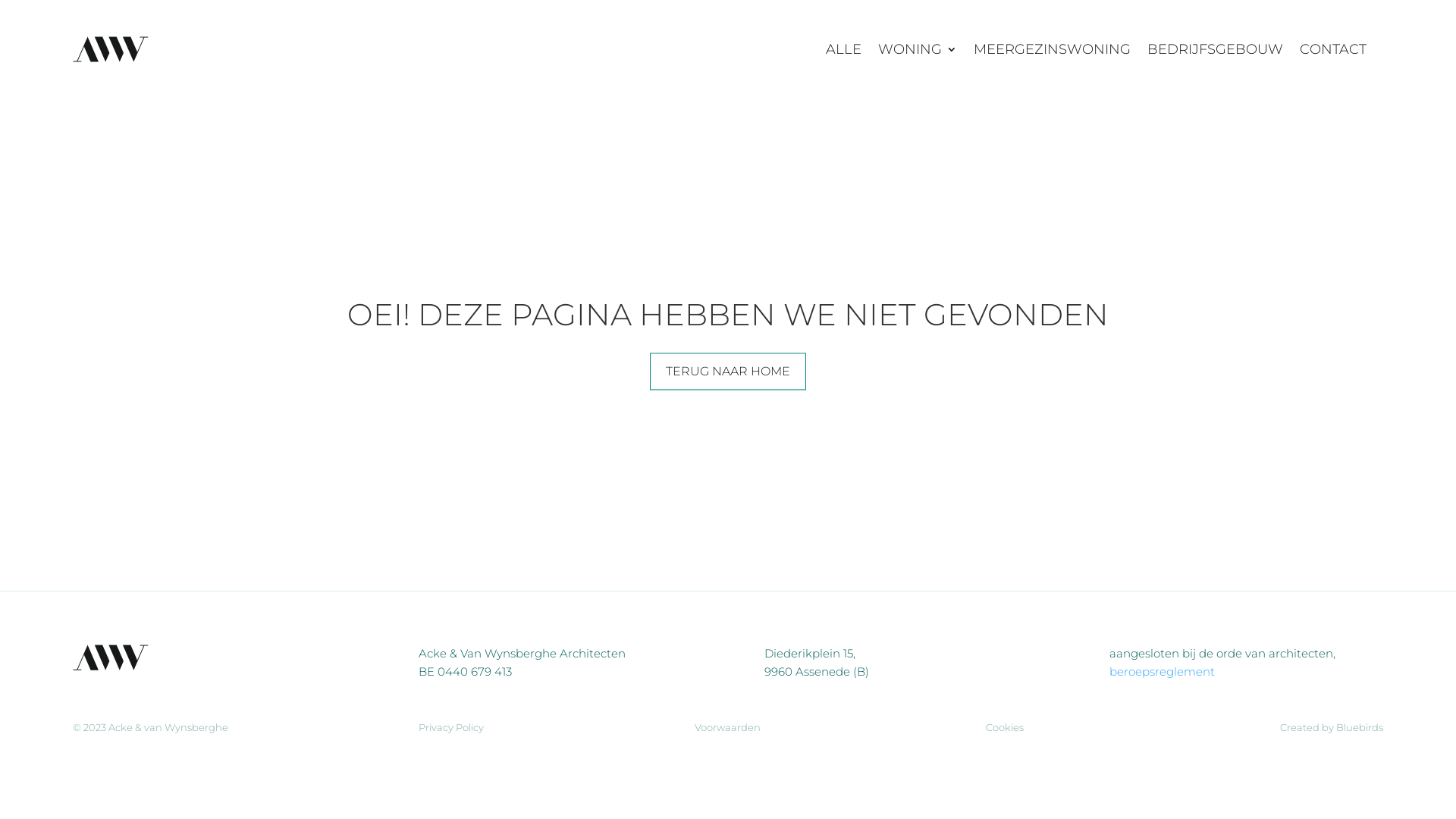  What do you see at coordinates (1147, 49) in the screenshot?
I see `'BEDRIJFSGEBOUW'` at bounding box center [1147, 49].